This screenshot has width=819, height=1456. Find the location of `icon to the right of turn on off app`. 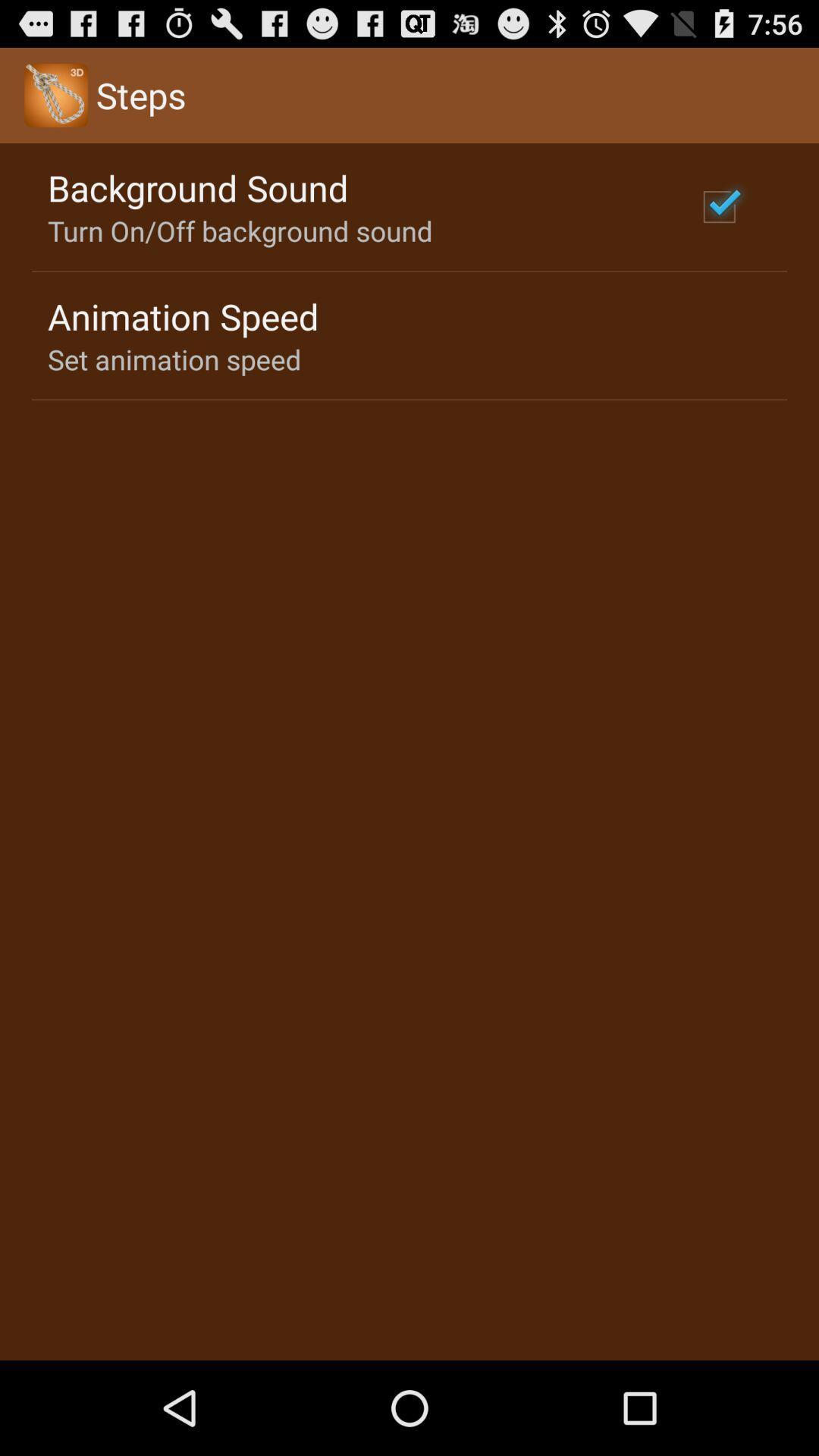

icon to the right of turn on off app is located at coordinates (718, 206).